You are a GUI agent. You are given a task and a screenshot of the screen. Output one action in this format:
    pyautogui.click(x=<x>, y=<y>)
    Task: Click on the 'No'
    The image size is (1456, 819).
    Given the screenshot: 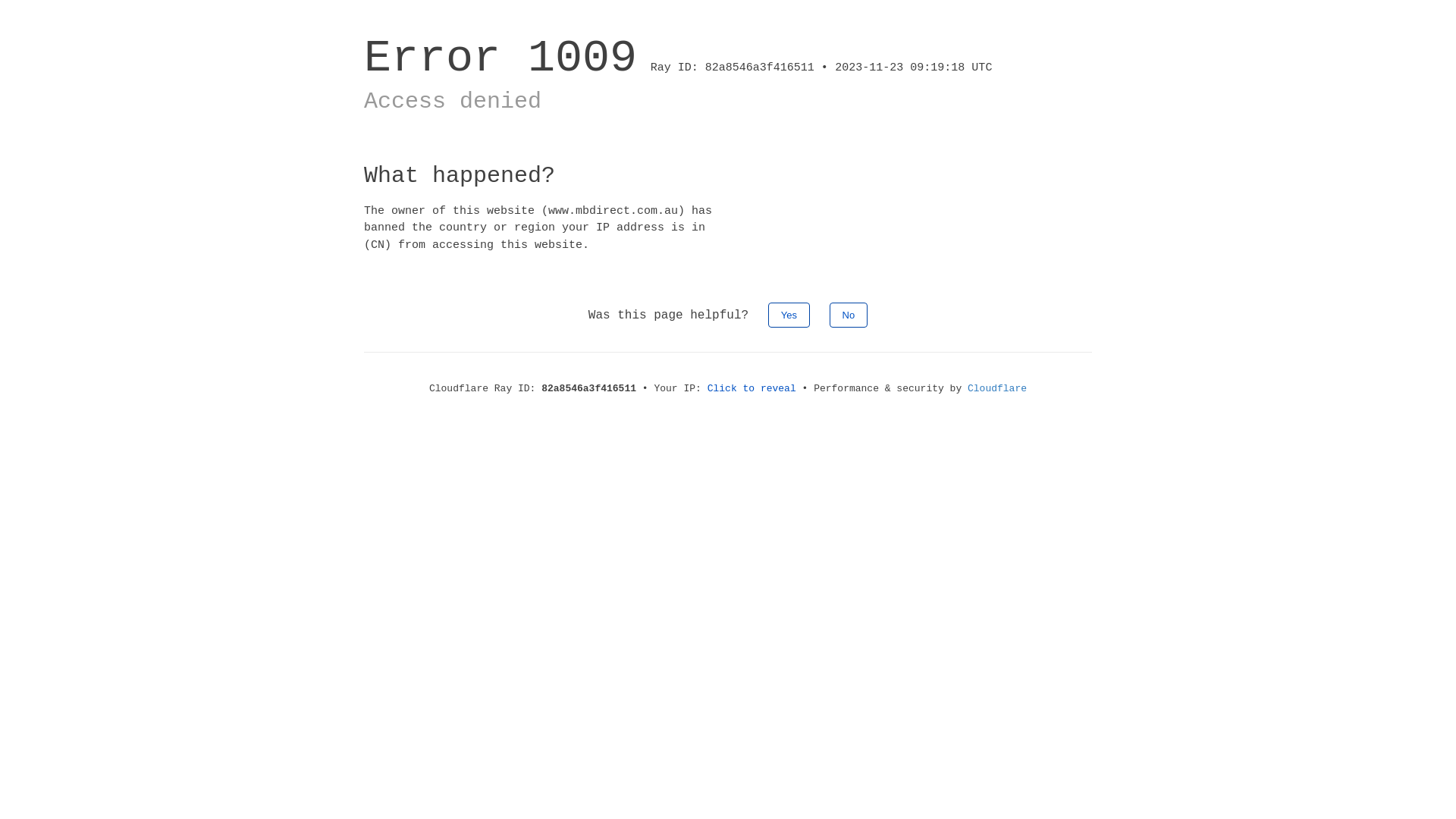 What is the action you would take?
    pyautogui.click(x=848, y=314)
    